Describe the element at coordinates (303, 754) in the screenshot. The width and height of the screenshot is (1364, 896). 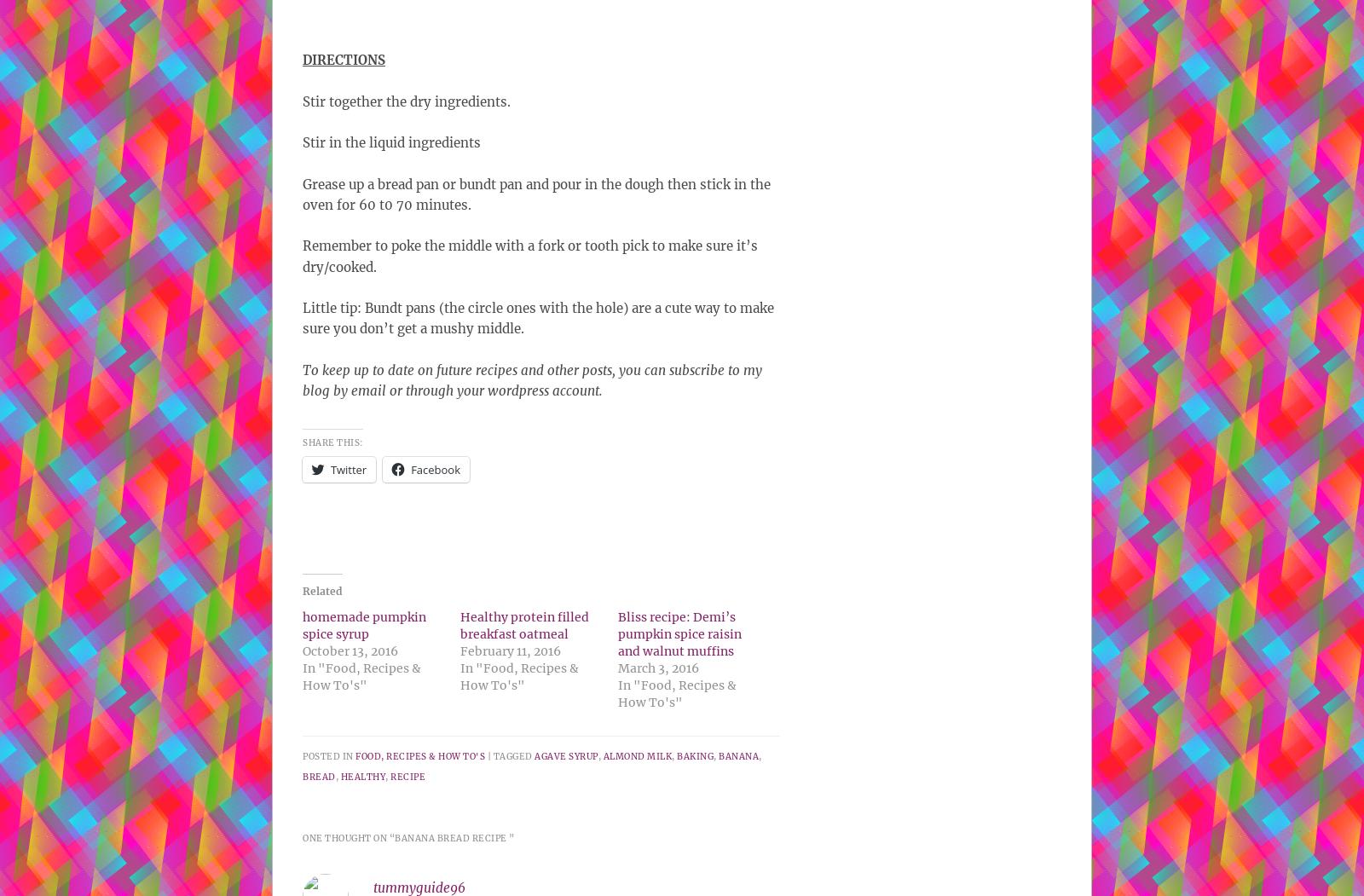
I see `'Posted in'` at that location.